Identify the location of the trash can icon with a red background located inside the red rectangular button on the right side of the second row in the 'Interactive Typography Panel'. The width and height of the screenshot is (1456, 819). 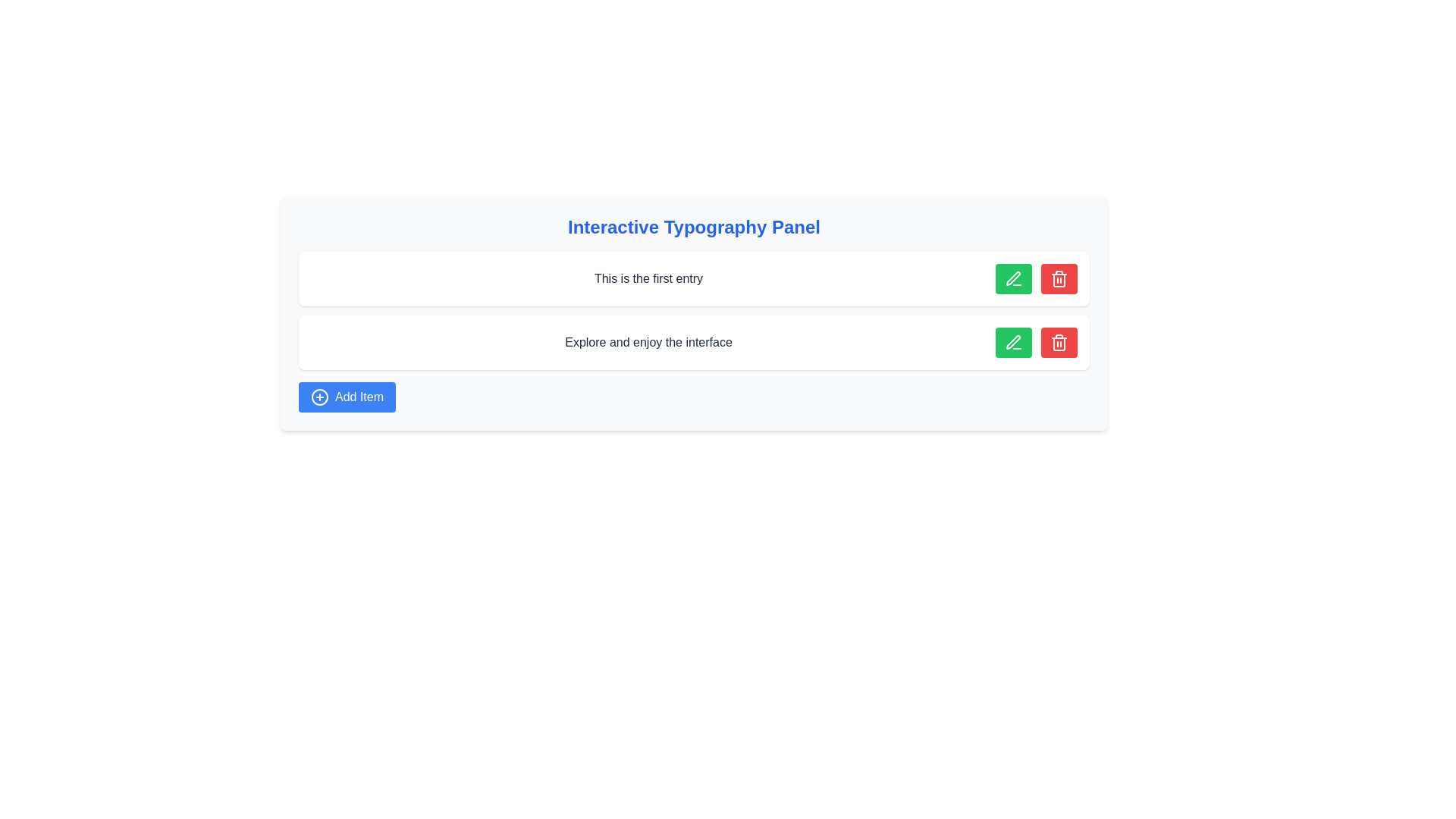
(1058, 278).